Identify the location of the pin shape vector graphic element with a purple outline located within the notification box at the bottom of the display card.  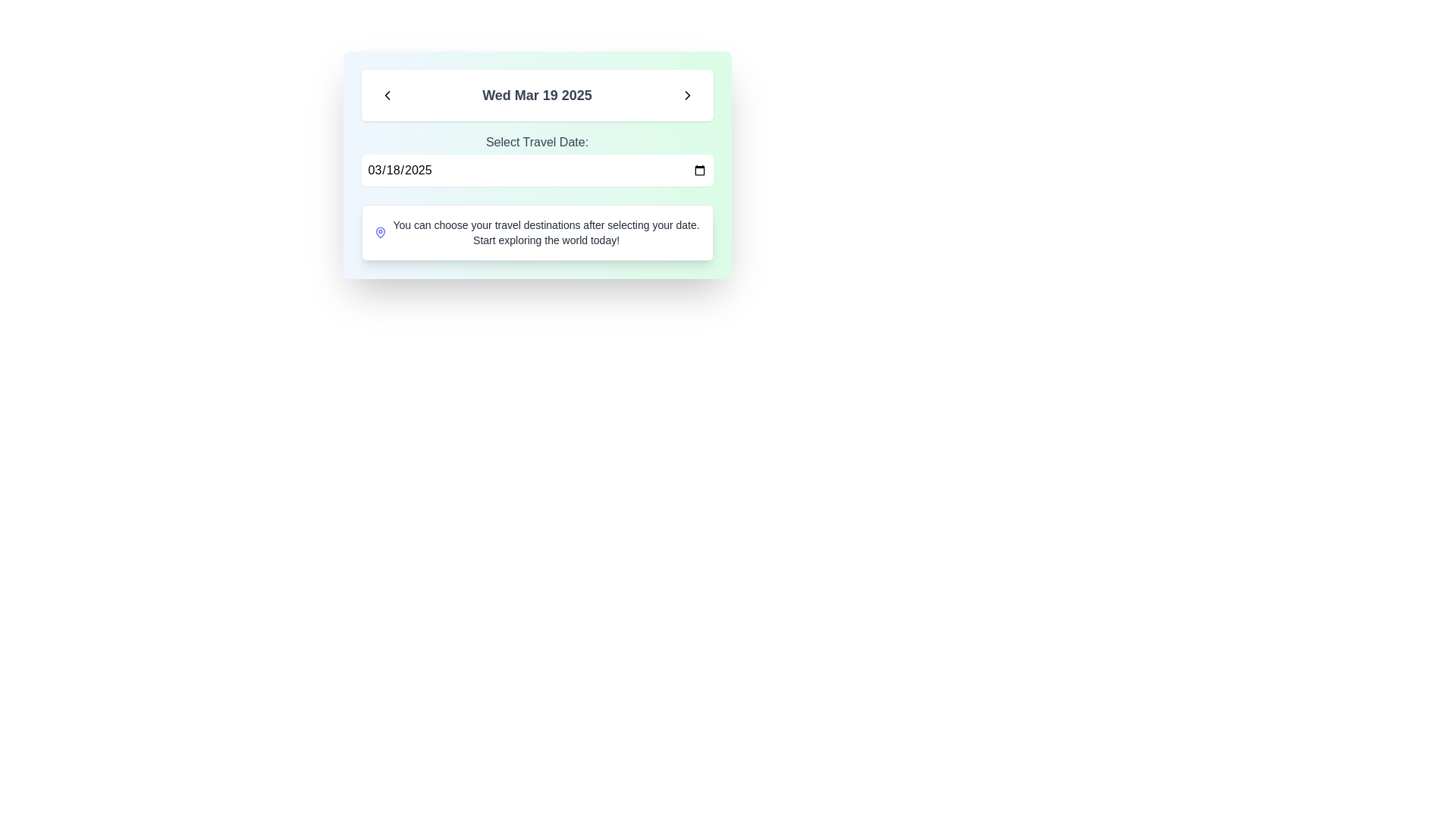
(380, 233).